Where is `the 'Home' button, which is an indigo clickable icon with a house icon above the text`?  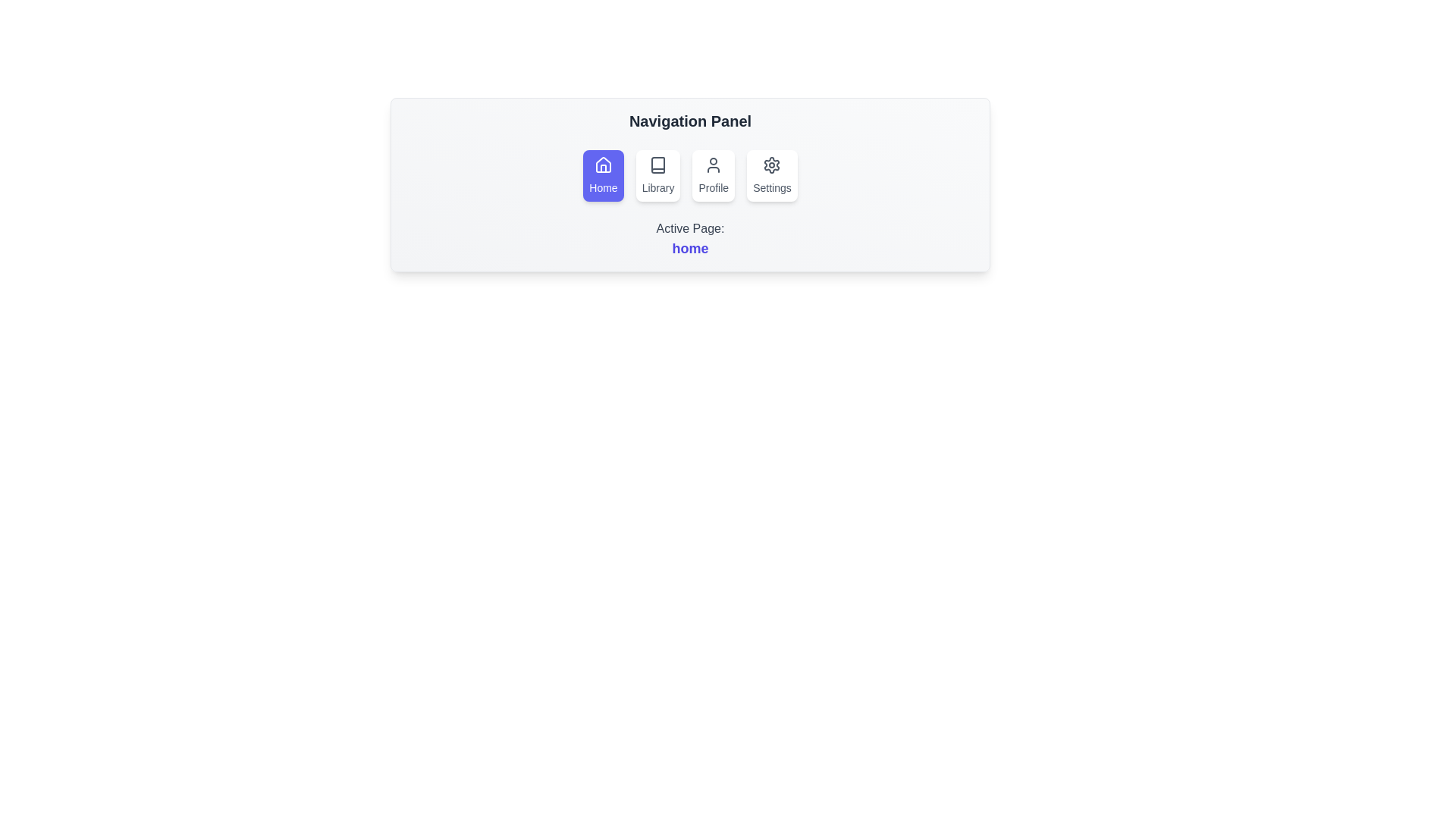 the 'Home' button, which is an indigo clickable icon with a house icon above the text is located at coordinates (603, 174).